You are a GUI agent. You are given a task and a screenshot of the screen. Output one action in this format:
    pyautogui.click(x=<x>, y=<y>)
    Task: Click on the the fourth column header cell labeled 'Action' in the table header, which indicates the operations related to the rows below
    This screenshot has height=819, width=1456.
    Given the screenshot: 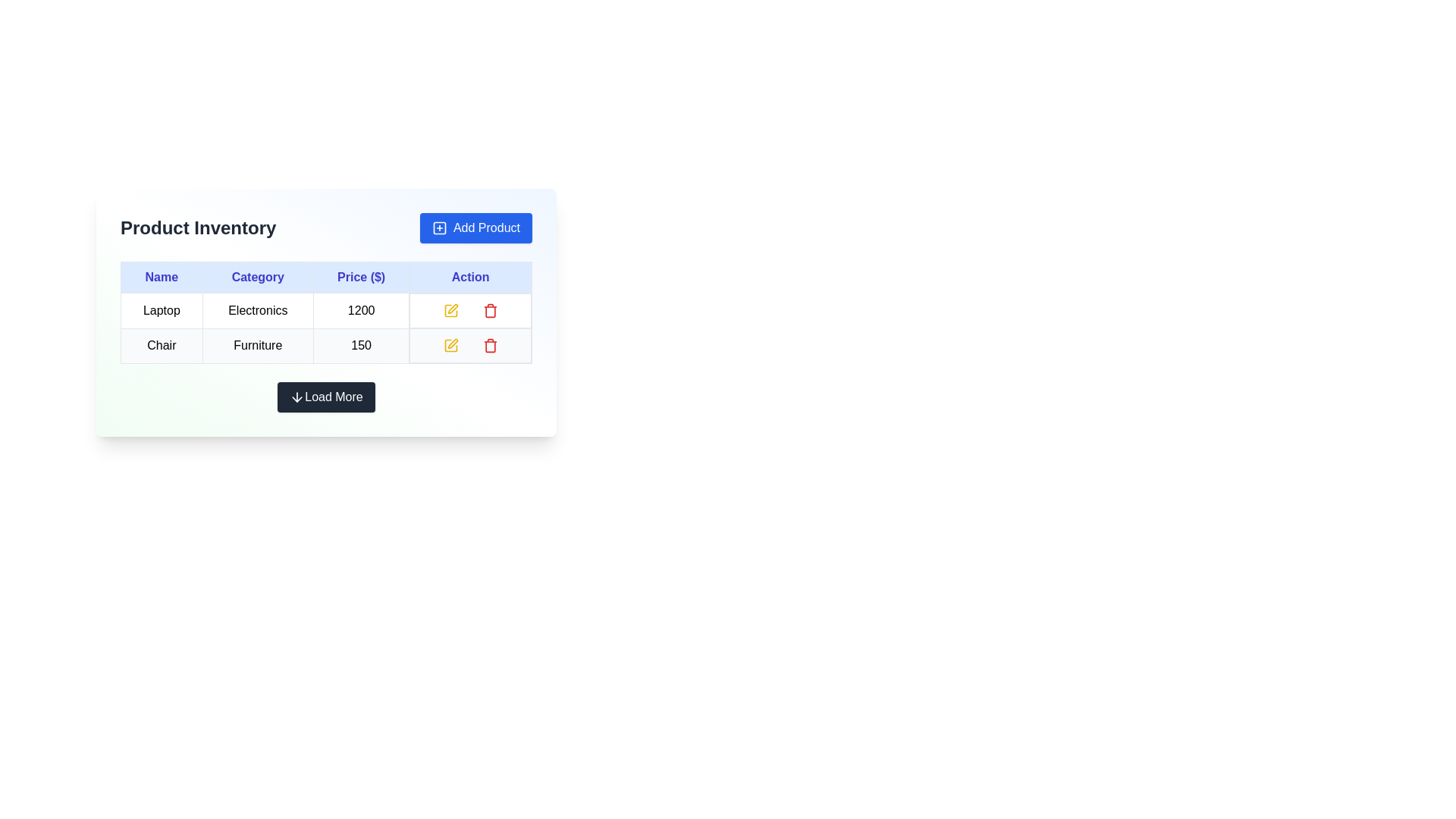 What is the action you would take?
    pyautogui.click(x=469, y=278)
    